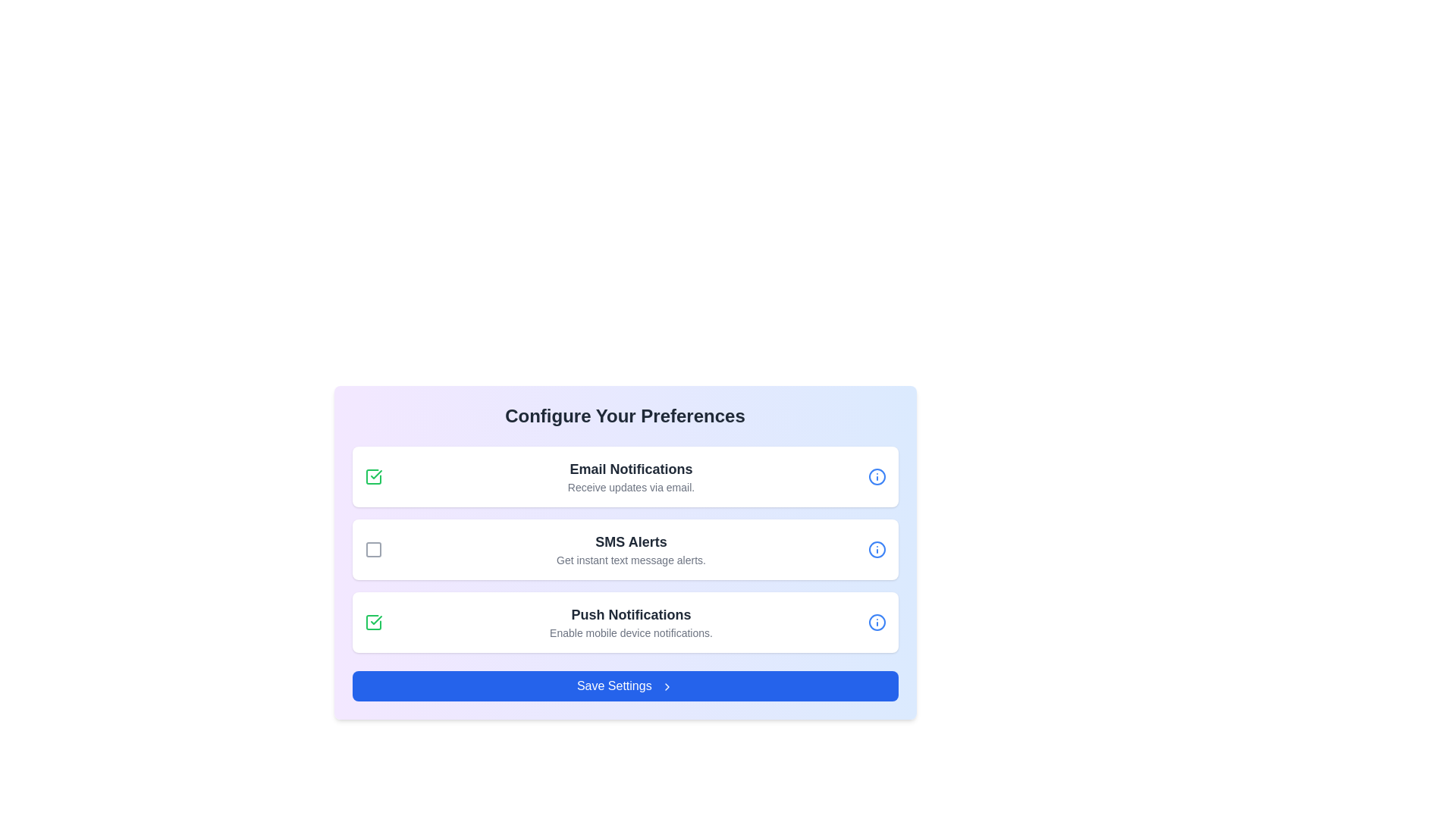  What do you see at coordinates (625, 475) in the screenshot?
I see `the checkbox on the first notification preference item` at bounding box center [625, 475].